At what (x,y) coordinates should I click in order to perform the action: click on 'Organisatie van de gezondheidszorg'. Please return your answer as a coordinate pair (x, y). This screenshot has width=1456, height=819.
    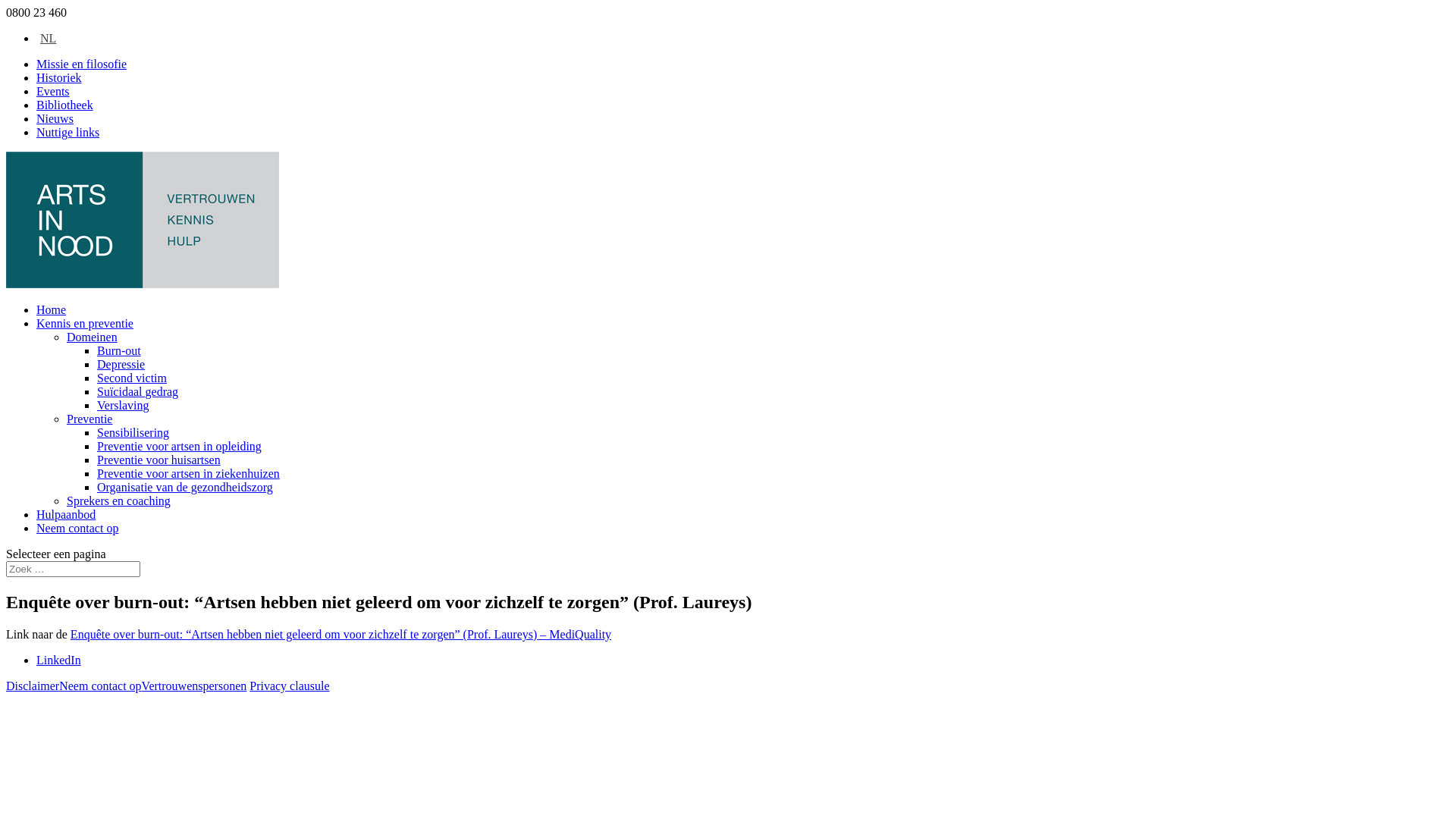
    Looking at the image, I should click on (184, 487).